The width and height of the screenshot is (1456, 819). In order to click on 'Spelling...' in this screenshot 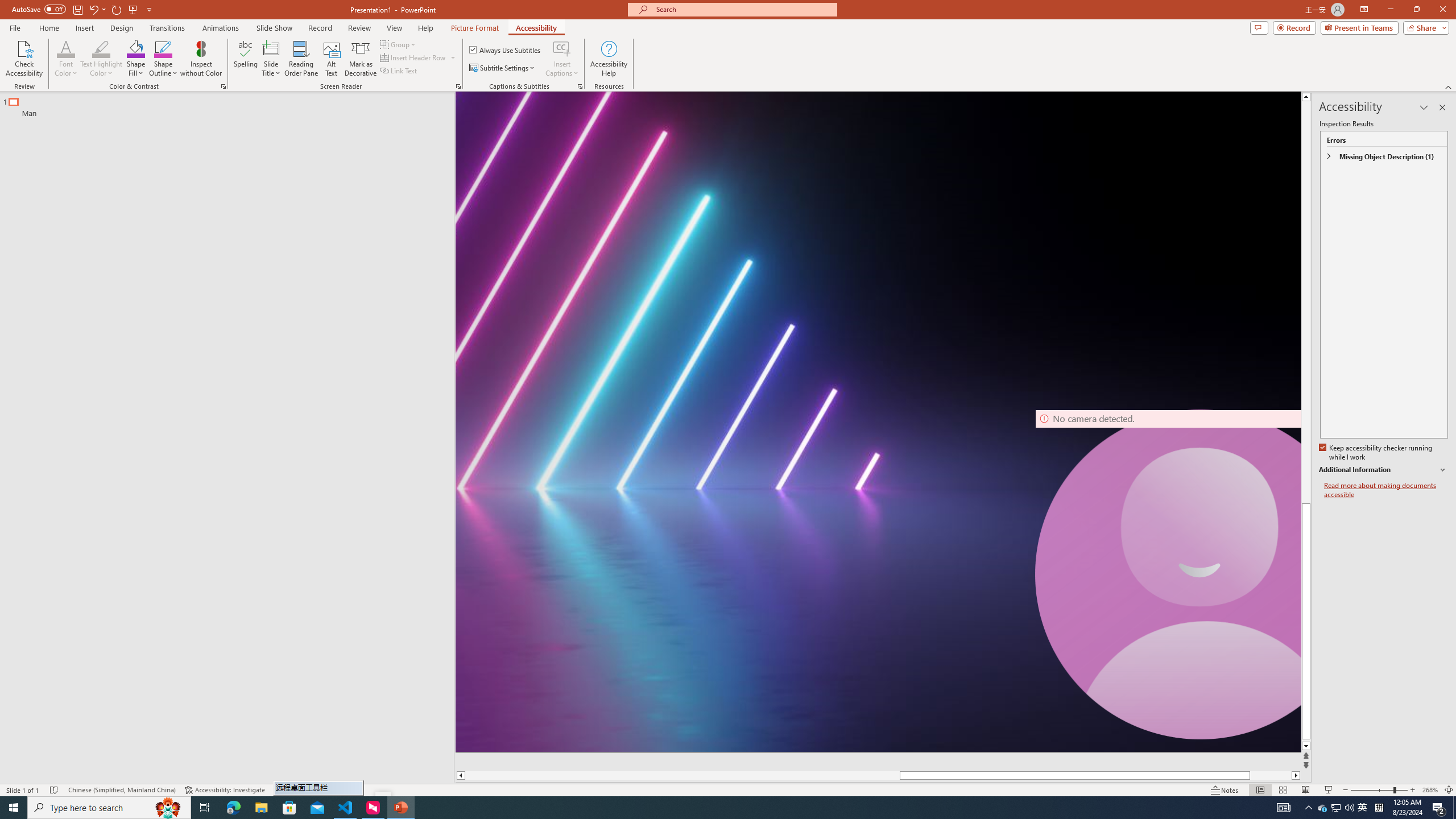, I will do `click(246, 59)`.